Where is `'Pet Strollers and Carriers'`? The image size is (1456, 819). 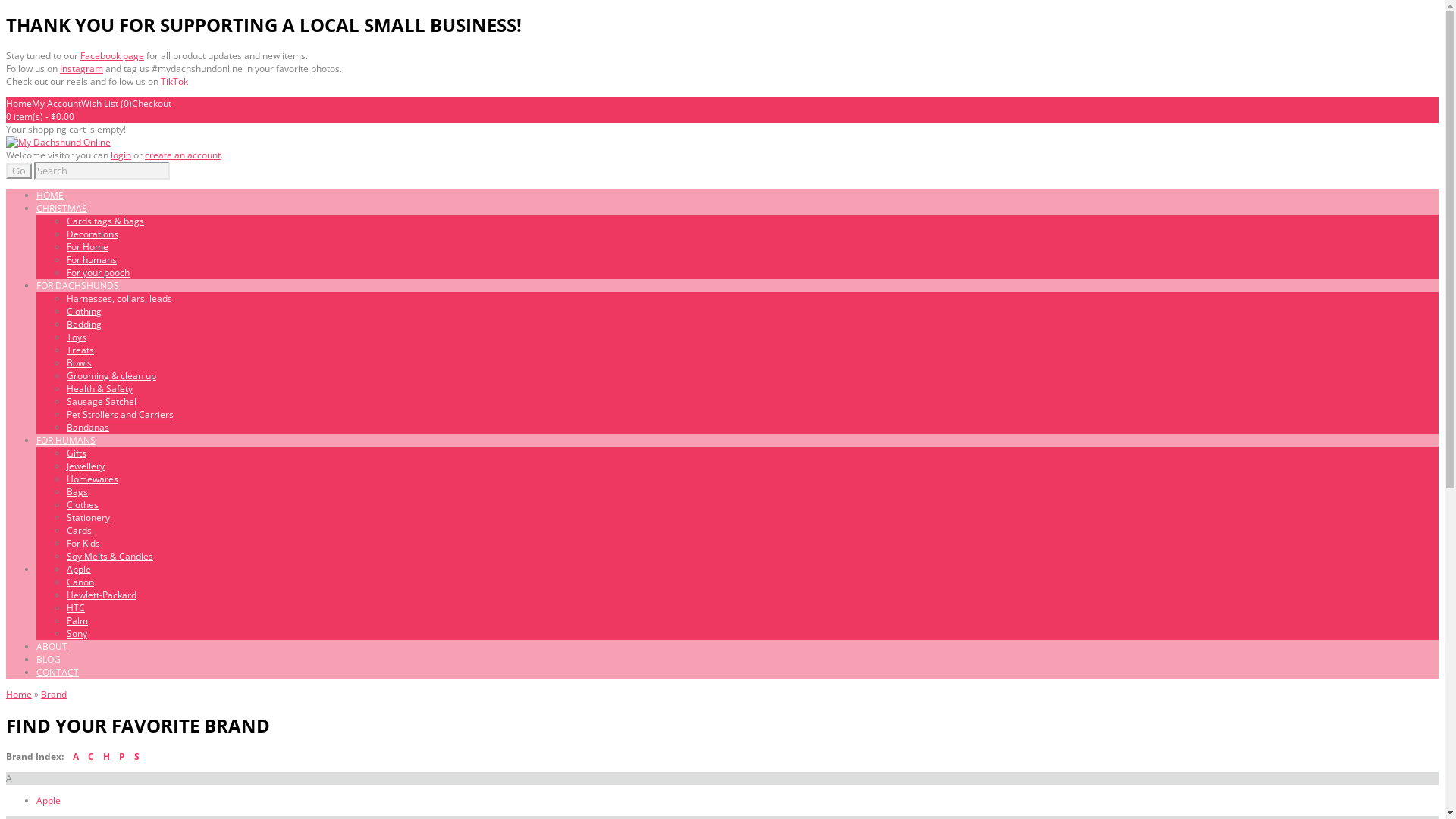 'Pet Strollers and Carriers' is located at coordinates (119, 414).